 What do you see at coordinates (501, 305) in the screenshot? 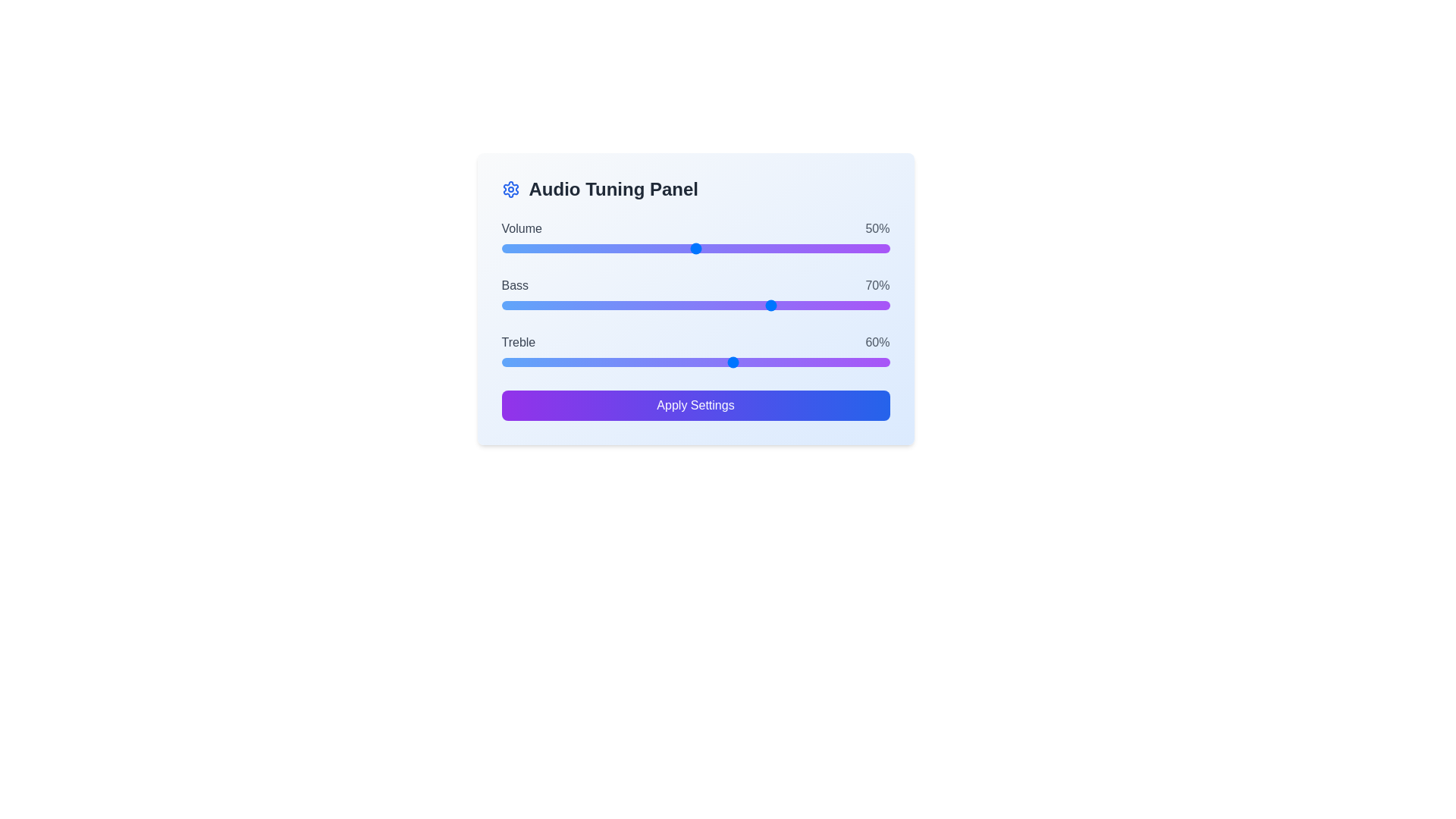
I see `the bass level` at bounding box center [501, 305].